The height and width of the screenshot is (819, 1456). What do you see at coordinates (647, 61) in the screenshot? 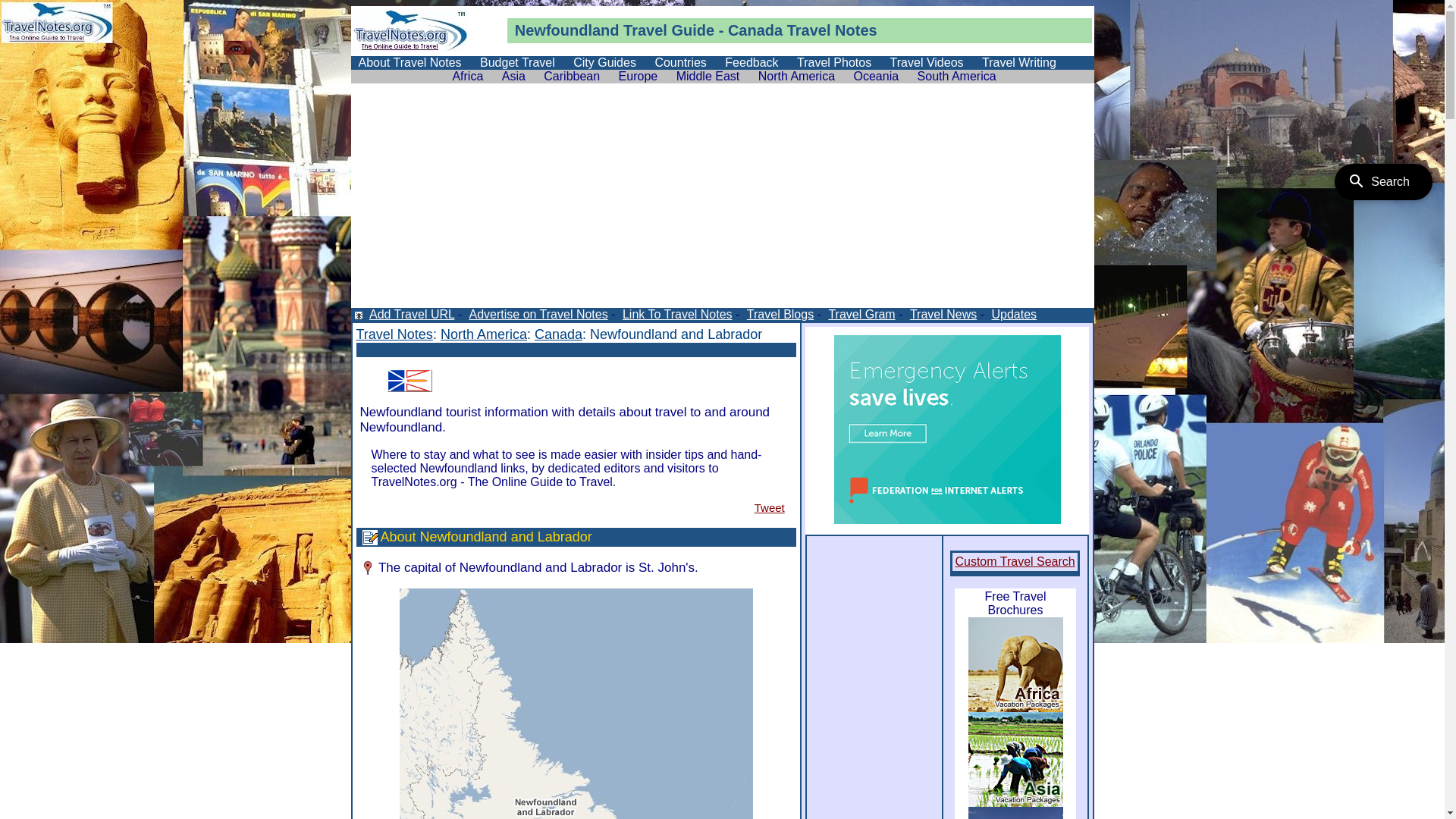
I see `'Countries'` at bounding box center [647, 61].